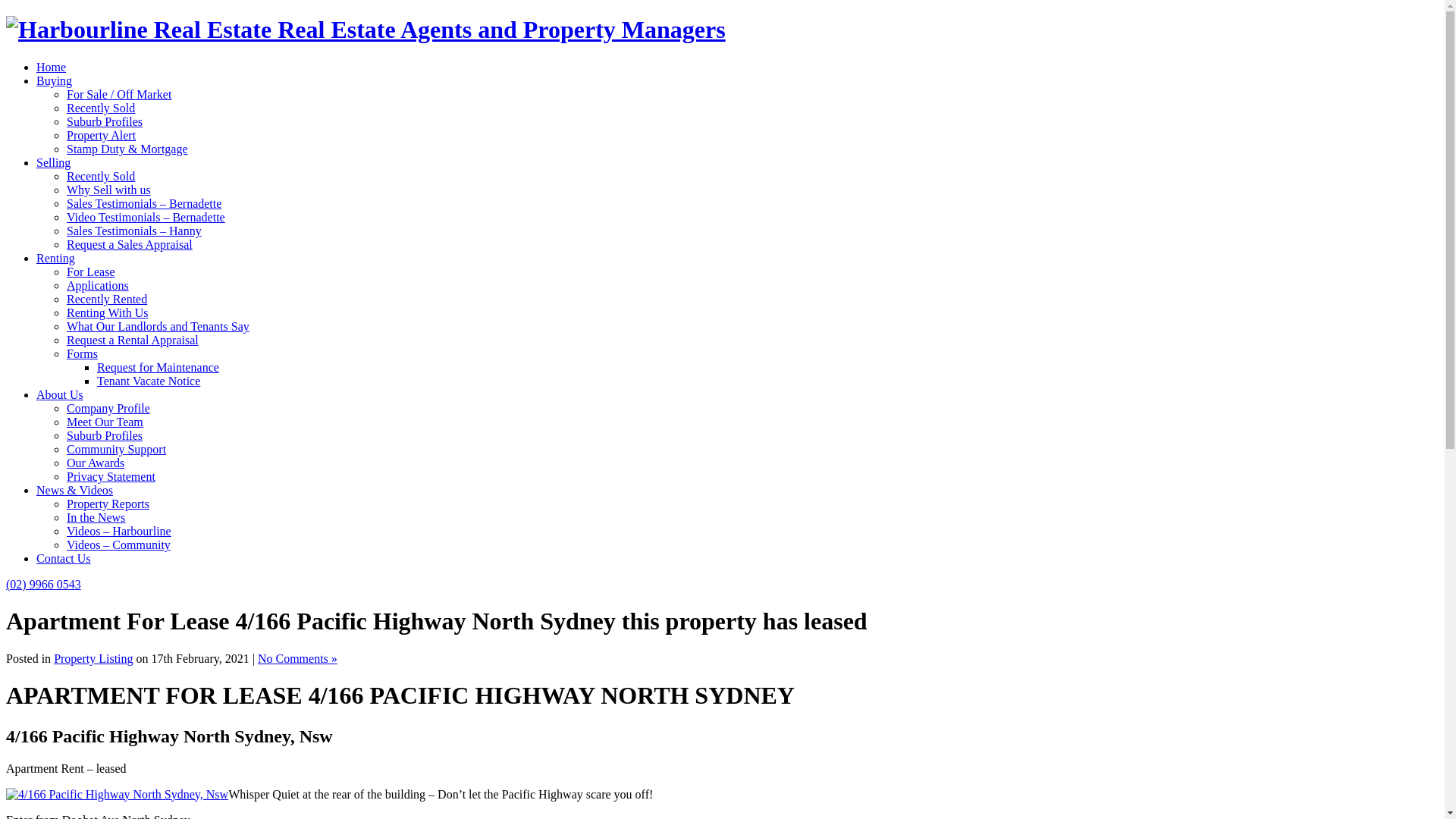  What do you see at coordinates (100, 175) in the screenshot?
I see `'Recently Sold'` at bounding box center [100, 175].